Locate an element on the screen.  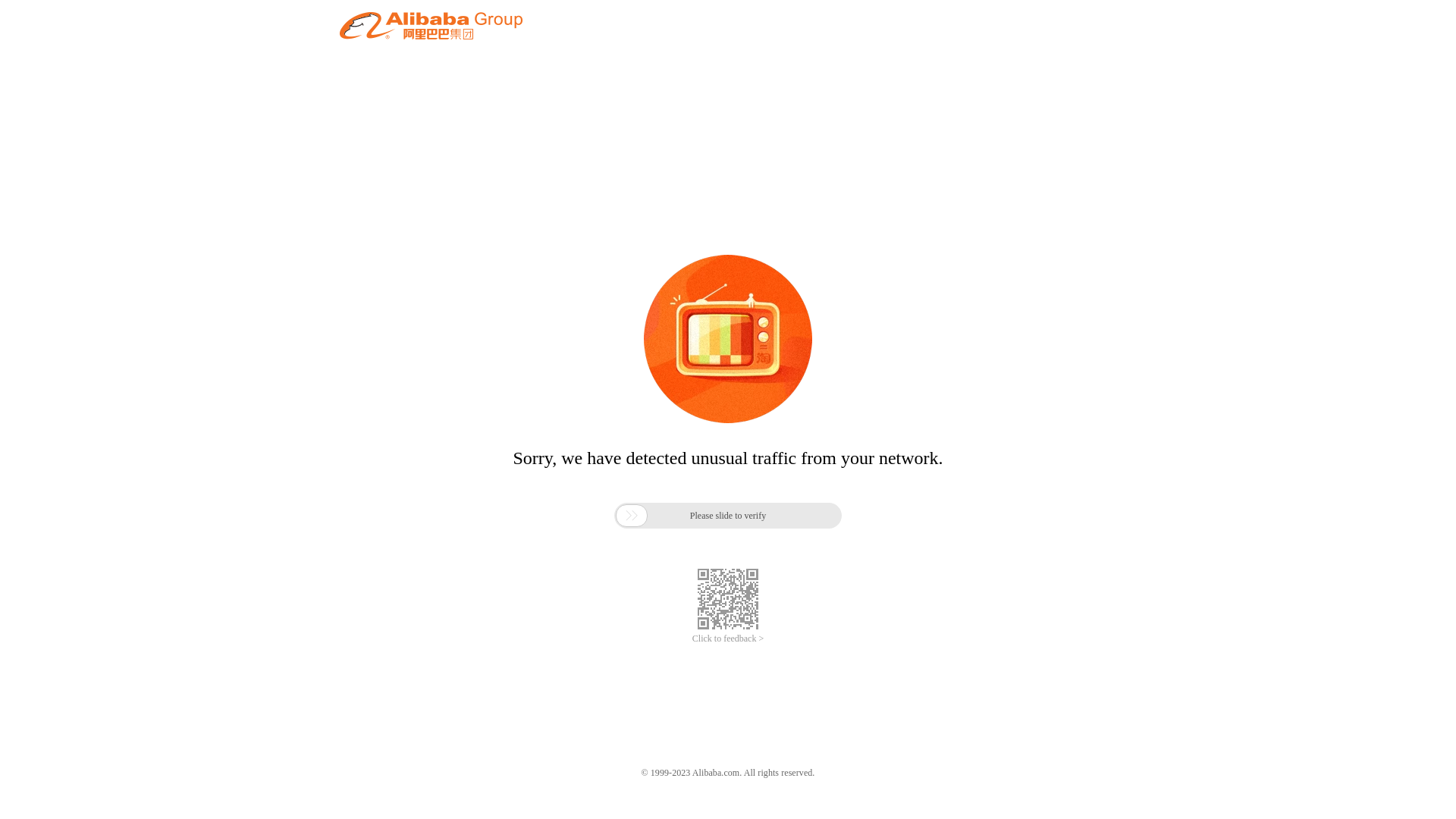
'Click to feedback >' is located at coordinates (728, 639).